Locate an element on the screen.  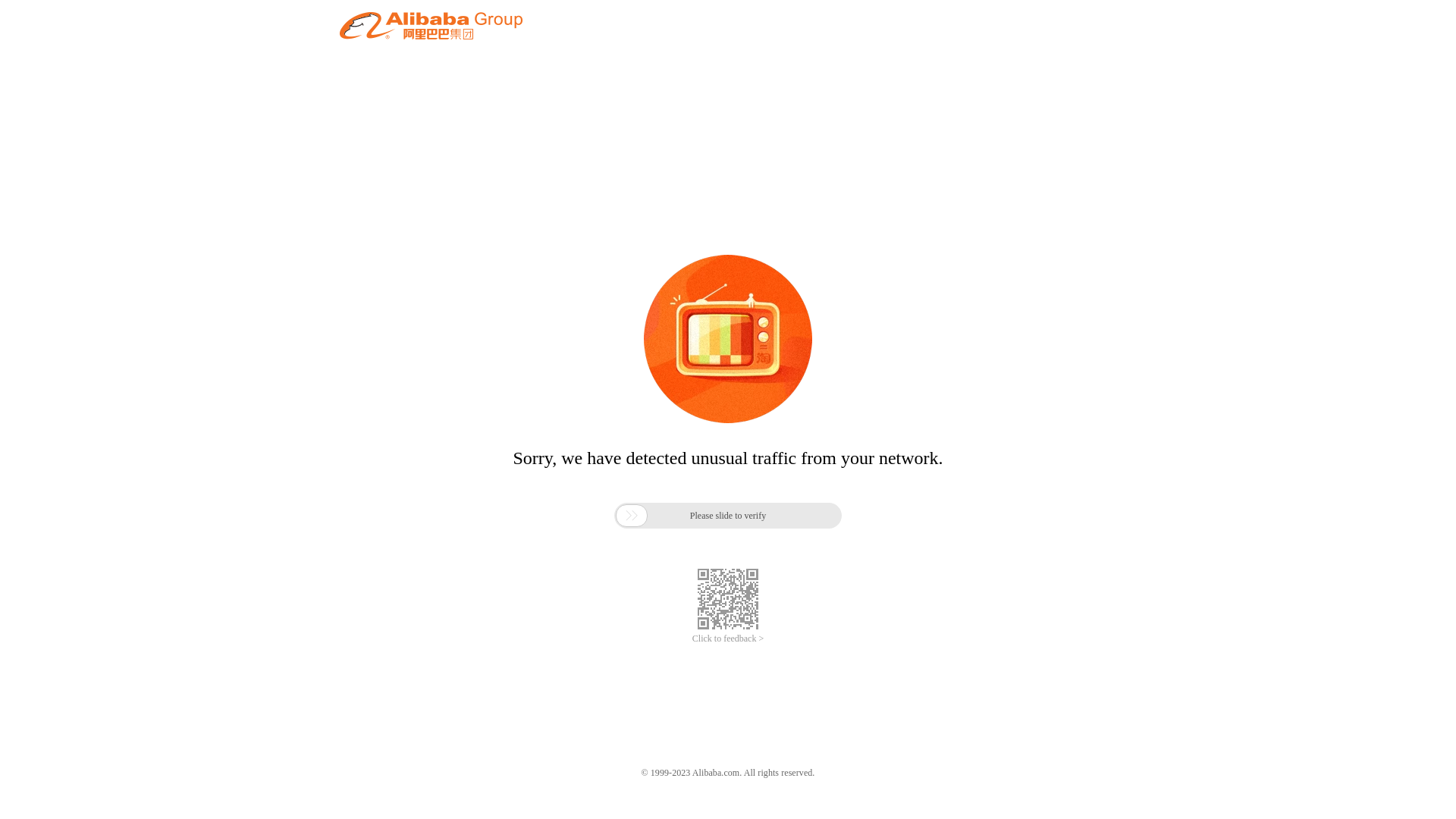
'Click to feedback >' is located at coordinates (728, 639).